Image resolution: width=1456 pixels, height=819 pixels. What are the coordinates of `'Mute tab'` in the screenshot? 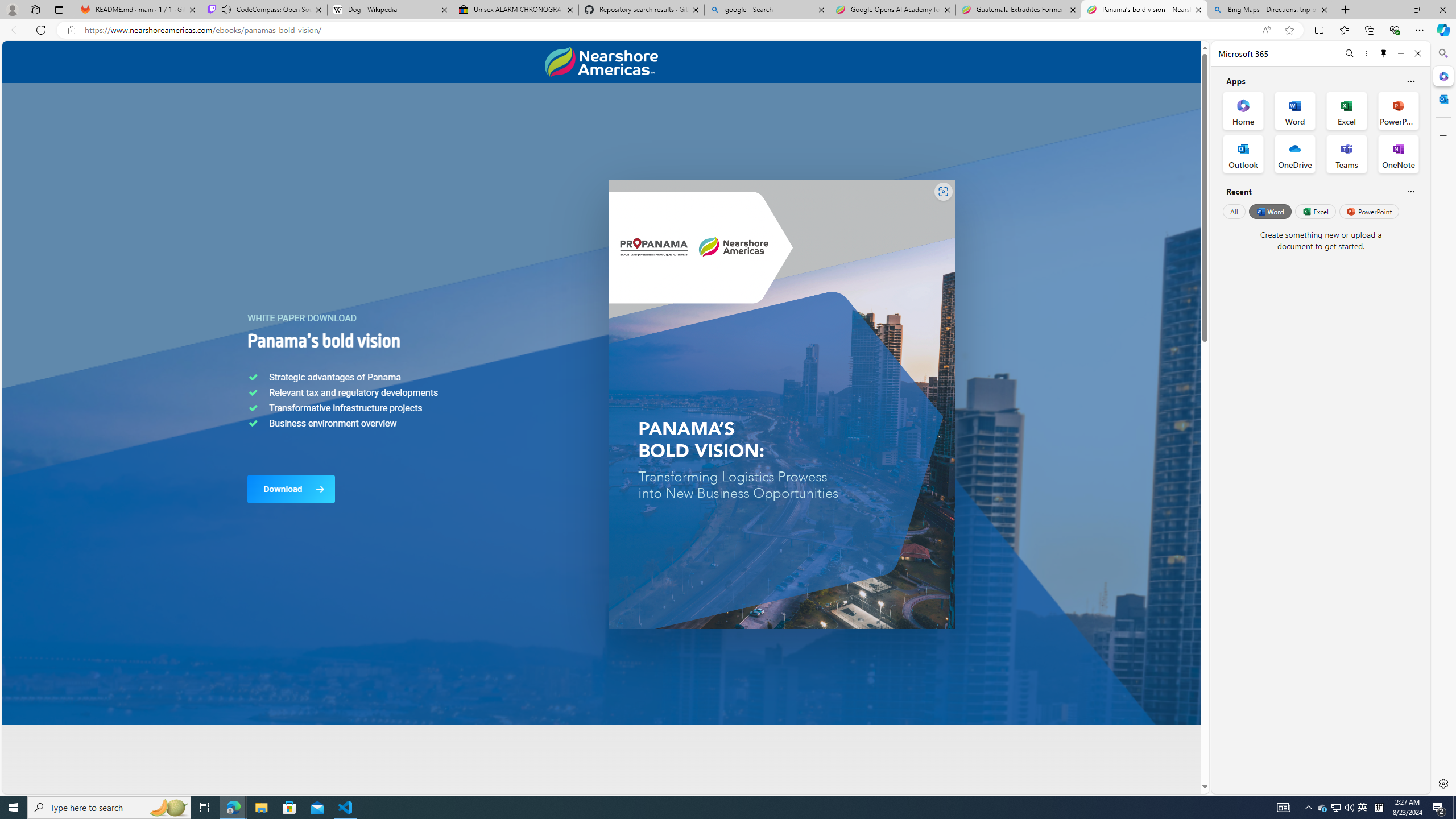 It's located at (226, 9).